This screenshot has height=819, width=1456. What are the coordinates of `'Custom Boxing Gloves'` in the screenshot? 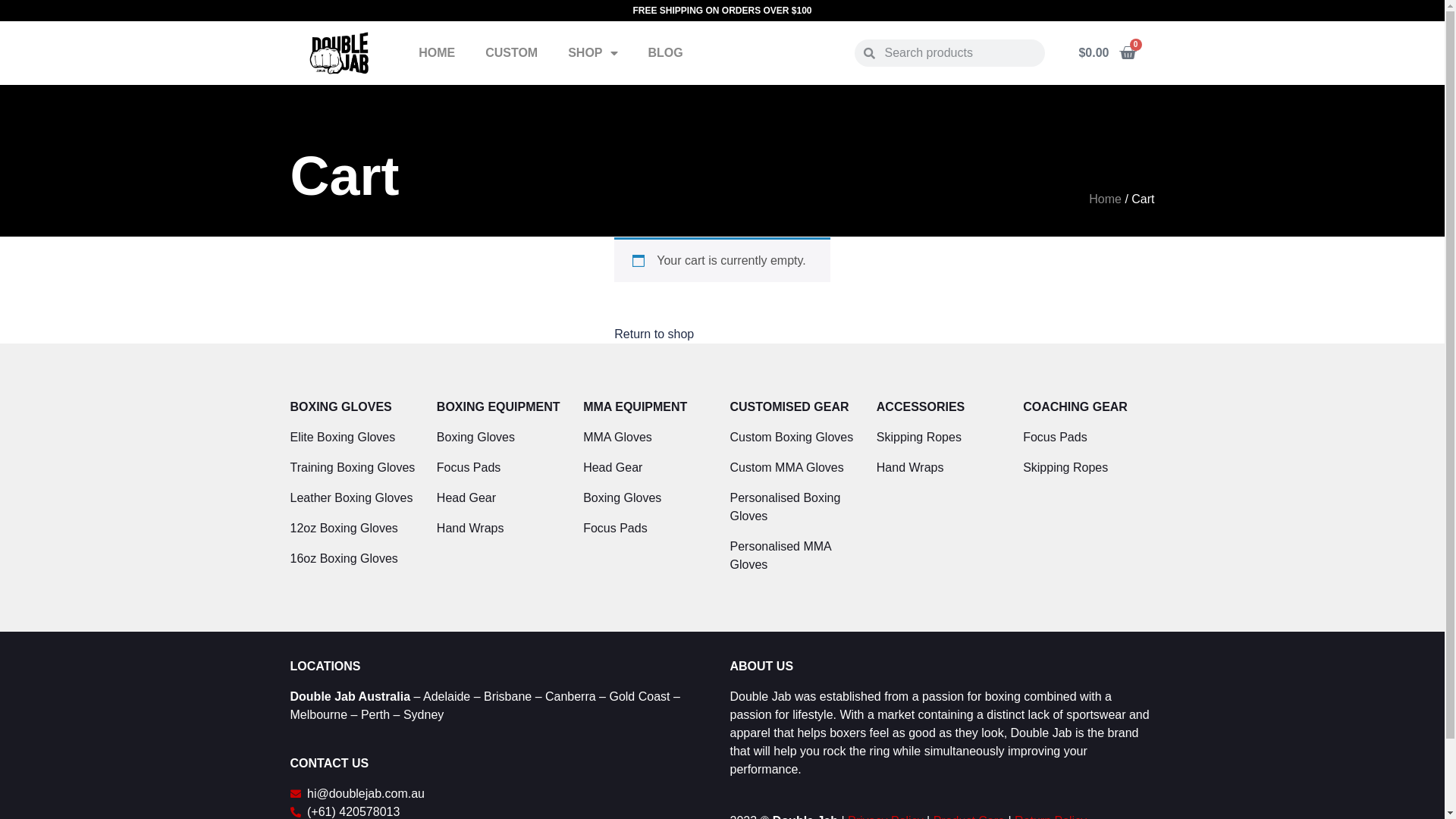 It's located at (794, 438).